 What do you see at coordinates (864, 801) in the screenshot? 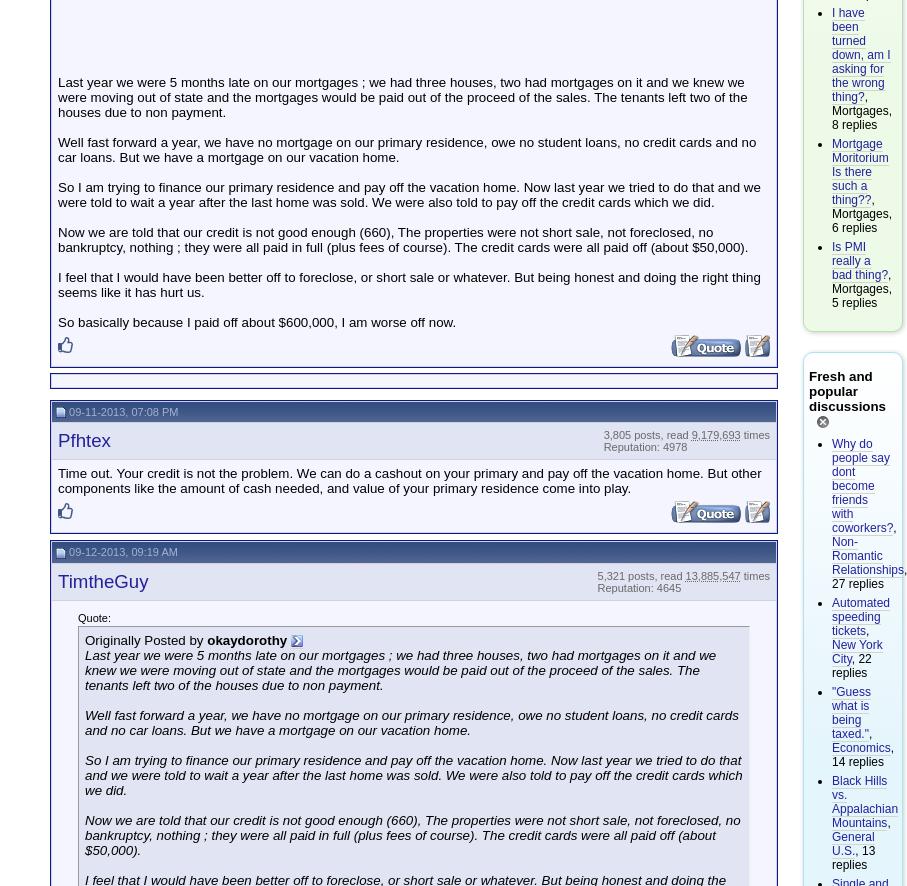
I see `'Black Hills vs. Appalachian Mountains'` at bounding box center [864, 801].